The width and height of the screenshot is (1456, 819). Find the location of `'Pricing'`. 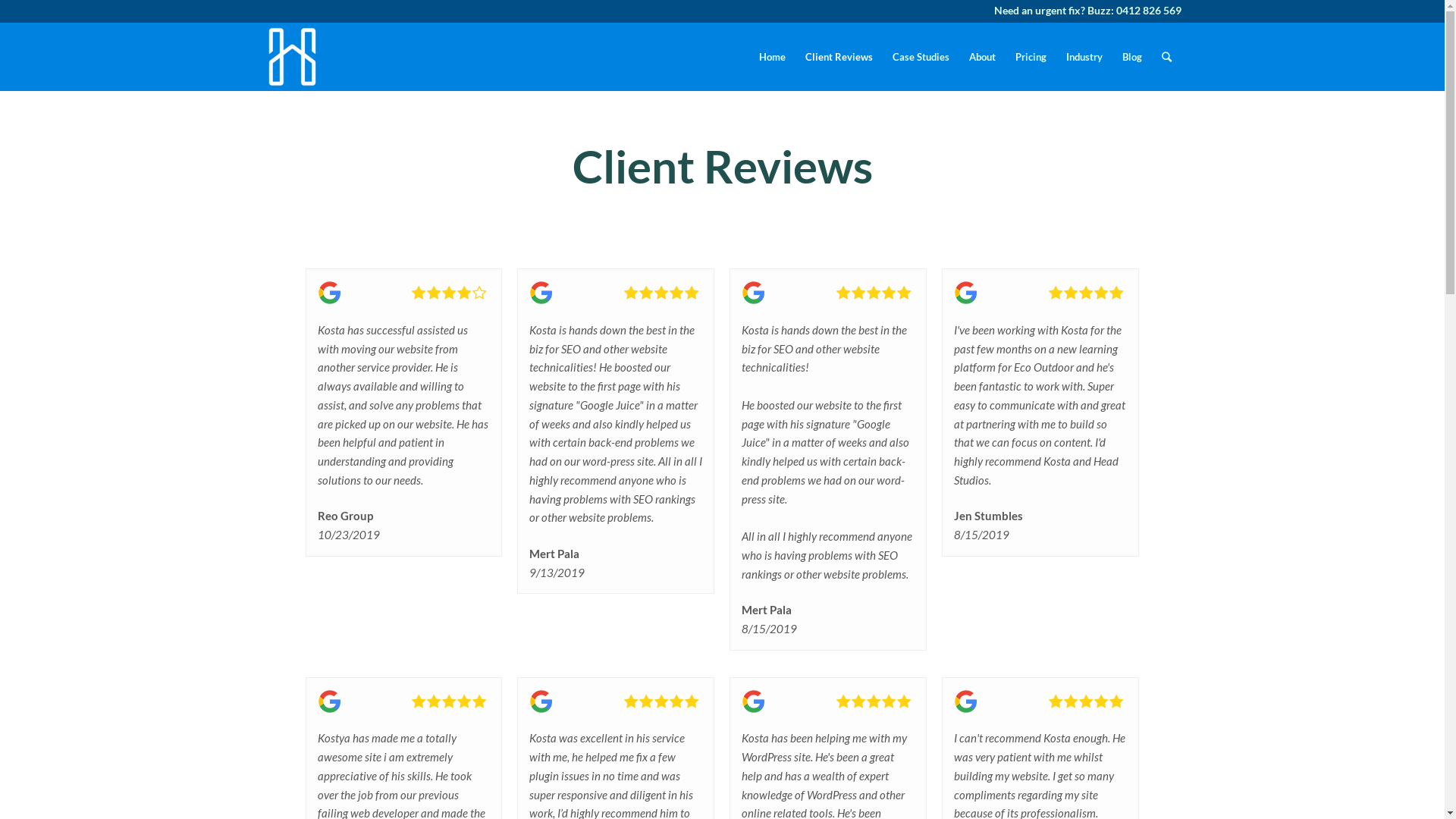

'Pricing' is located at coordinates (1031, 55).